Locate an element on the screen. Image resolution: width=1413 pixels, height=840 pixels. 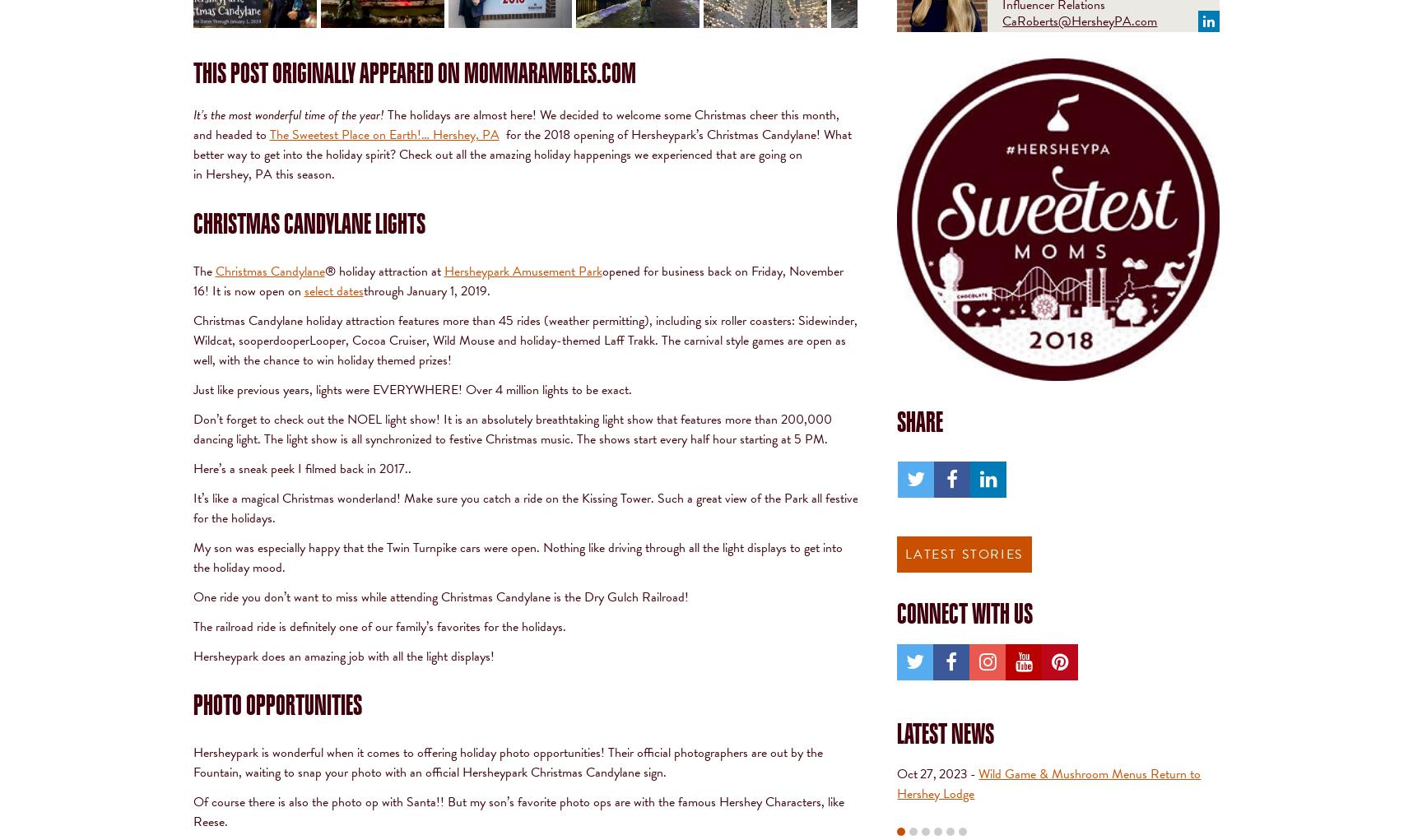
'The Sweetest Place on Earth!… Hershey, PA' is located at coordinates (383, 133).